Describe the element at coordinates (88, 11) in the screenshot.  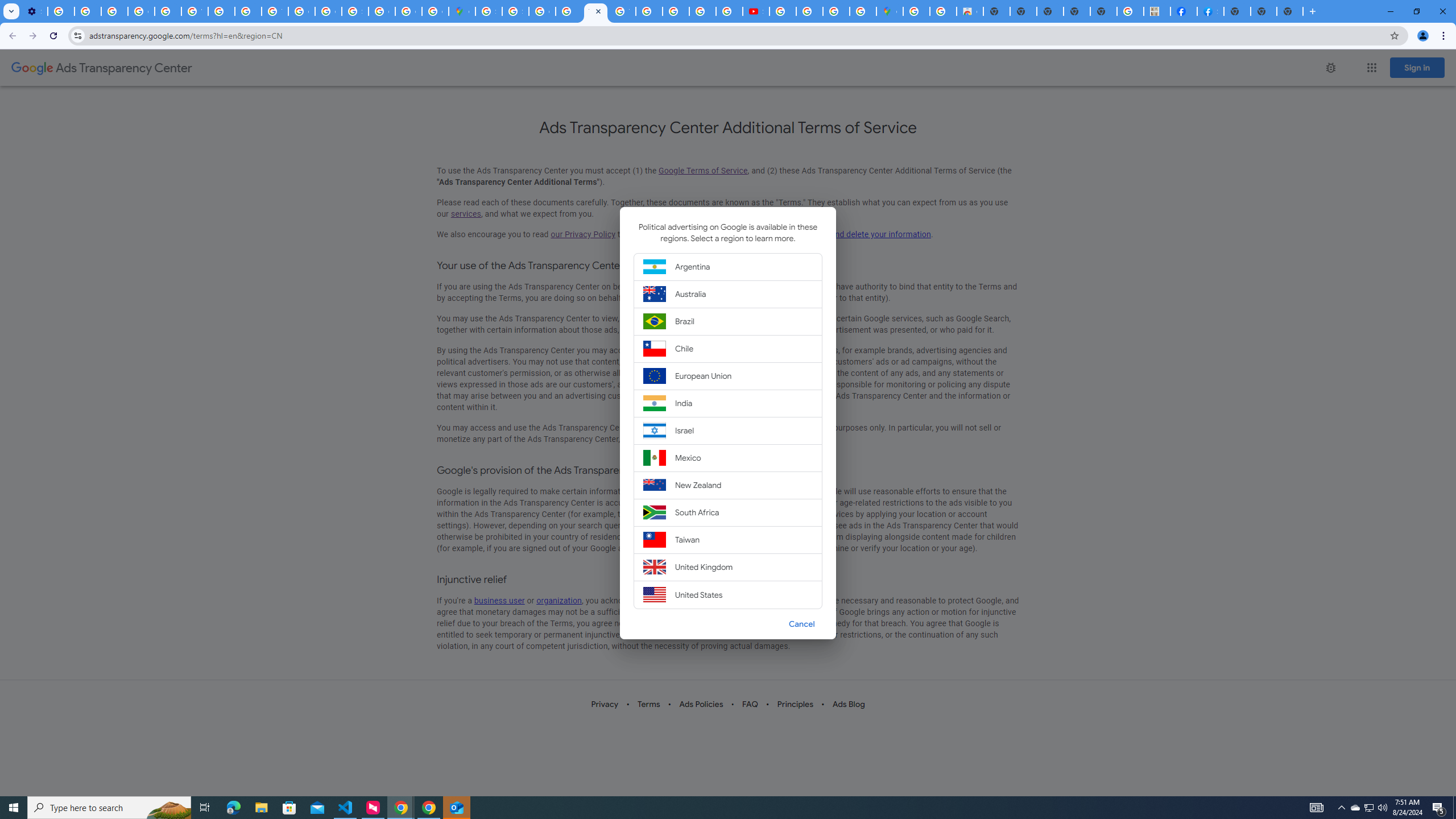
I see `'Learn how to find your photos - Google Photos Help'` at that location.